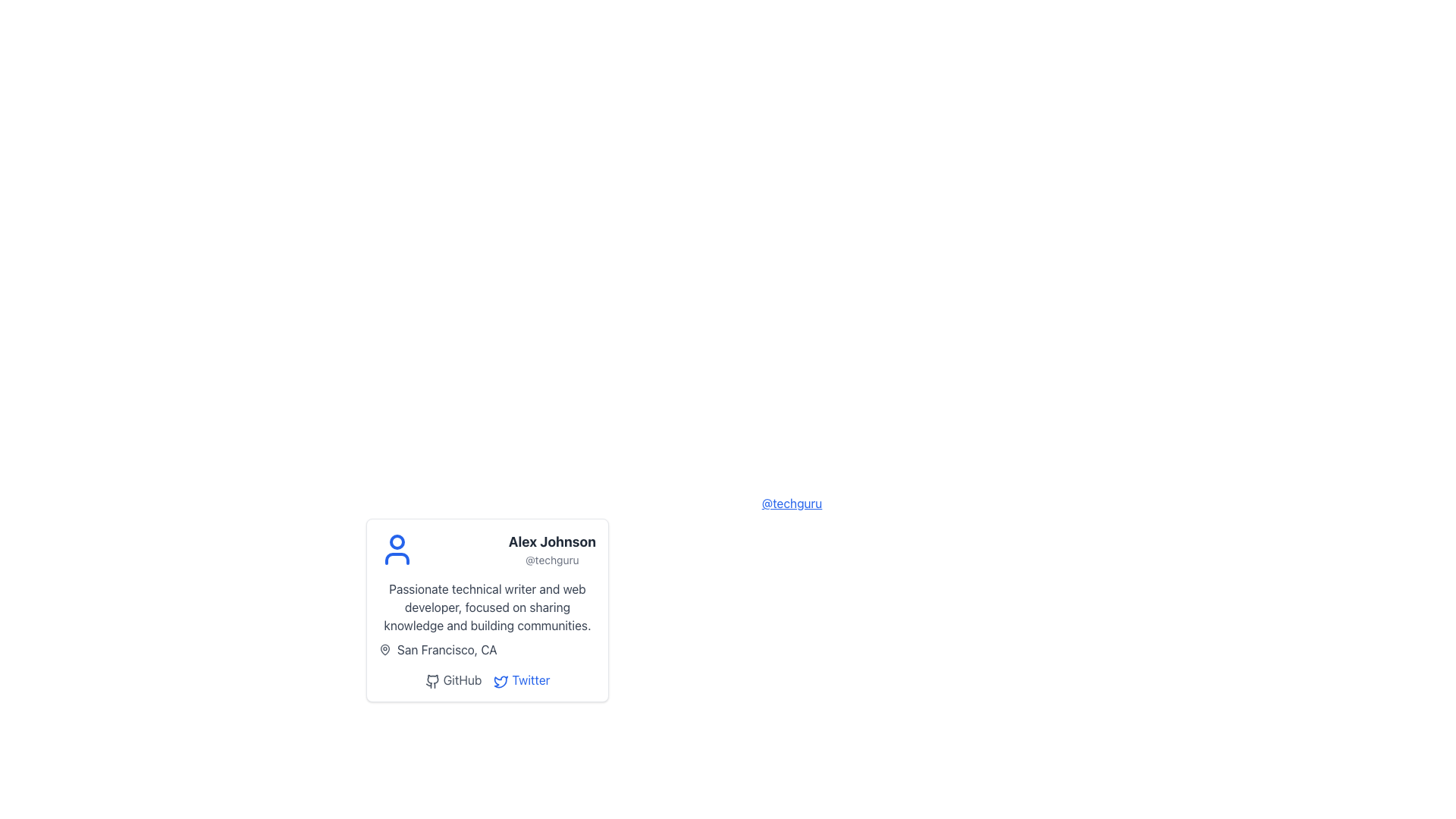 This screenshot has height=819, width=1456. I want to click on the read-only text element that describes the user's profession and focus areas, located below the user's name in the user profile card, so click(488, 607).